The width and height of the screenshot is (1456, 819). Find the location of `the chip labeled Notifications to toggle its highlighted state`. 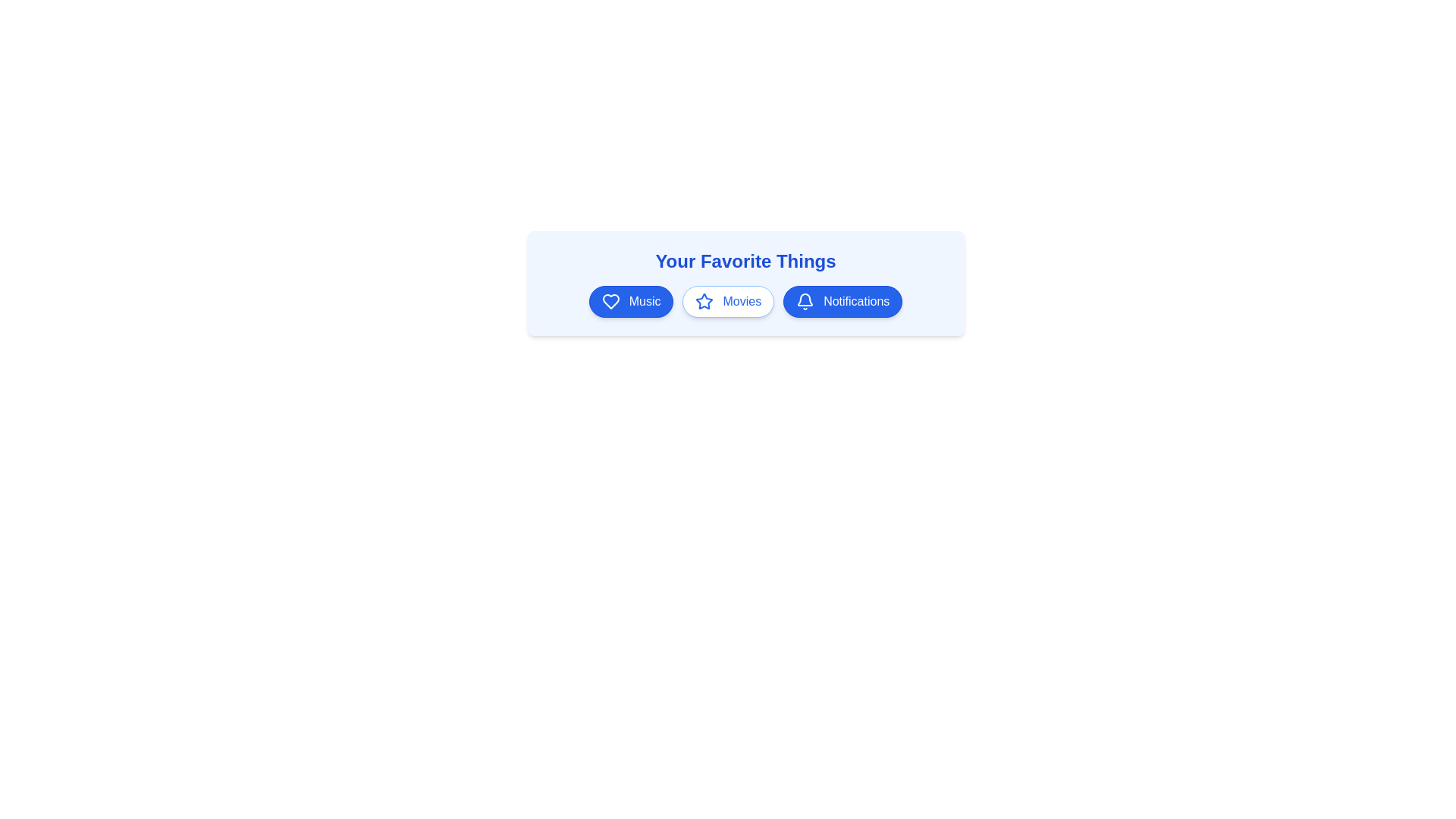

the chip labeled Notifications to toggle its highlighted state is located at coordinates (842, 301).